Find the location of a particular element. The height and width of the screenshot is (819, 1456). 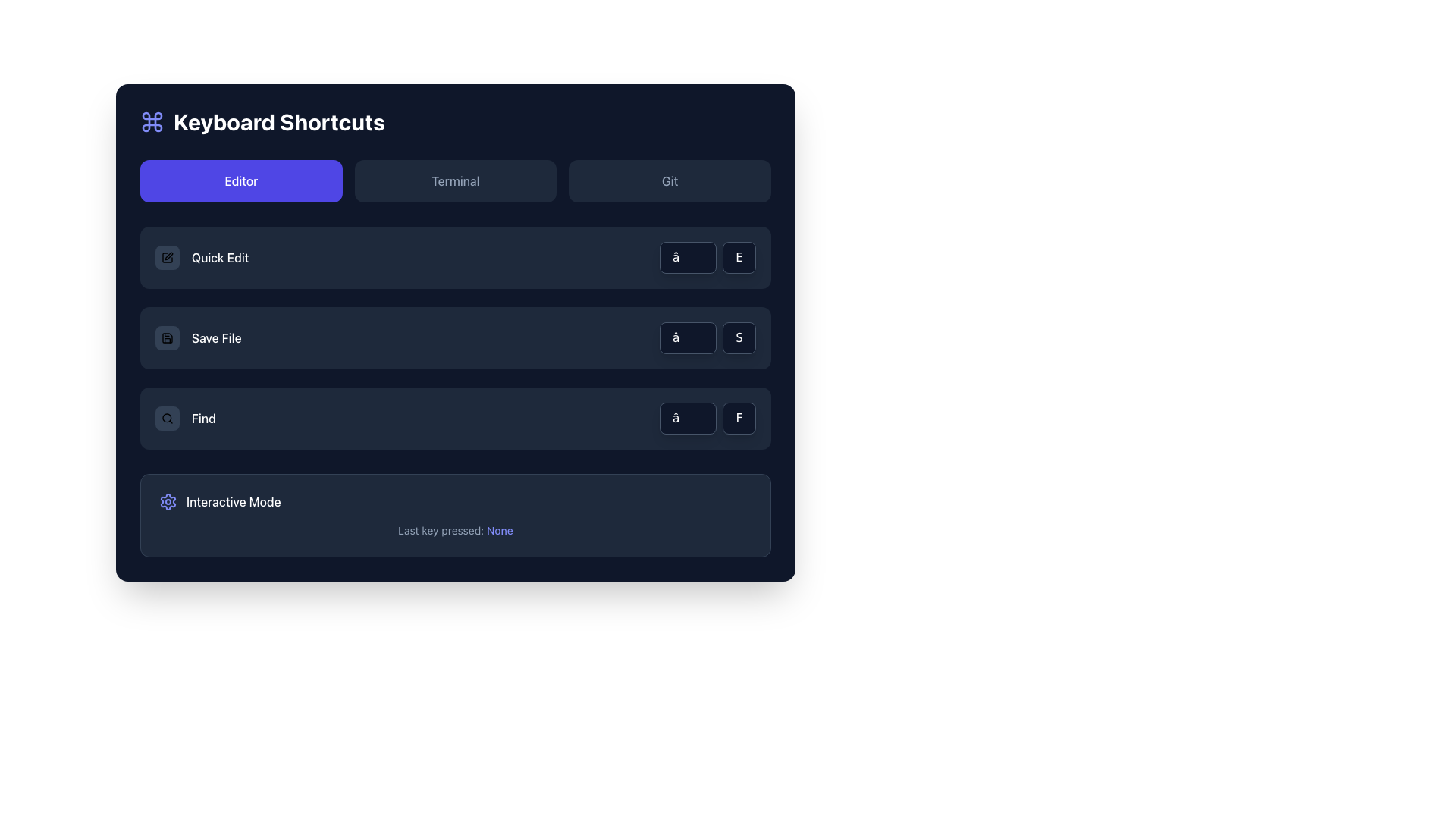

the 'Save File' icon located in the second row of the shortcut list within the 'Keyboard Shortcuts' modal, which is under the 'Editor' tab is located at coordinates (167, 337).